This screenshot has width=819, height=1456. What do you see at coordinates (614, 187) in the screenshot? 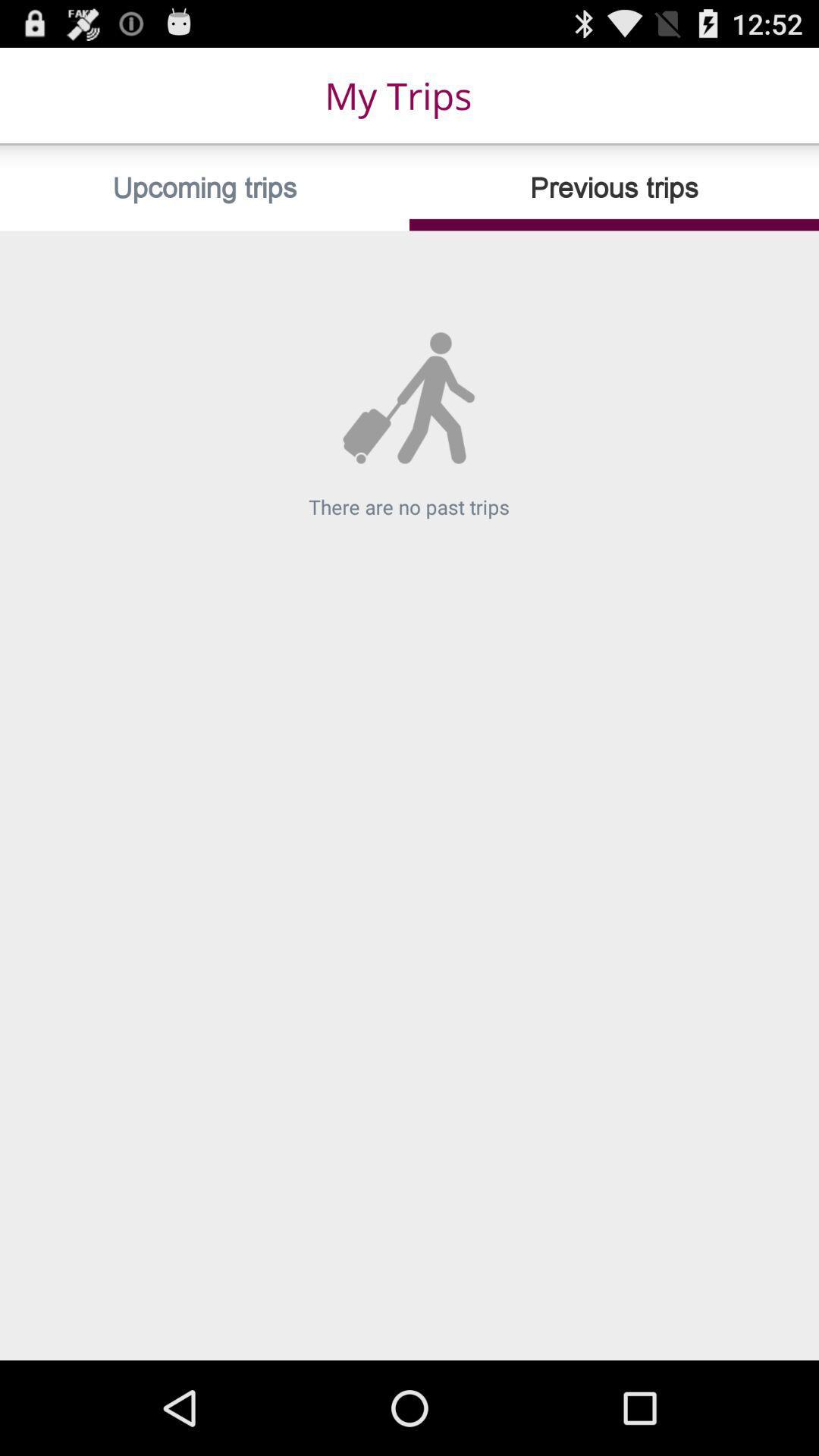
I see `the icon below my trips item` at bounding box center [614, 187].